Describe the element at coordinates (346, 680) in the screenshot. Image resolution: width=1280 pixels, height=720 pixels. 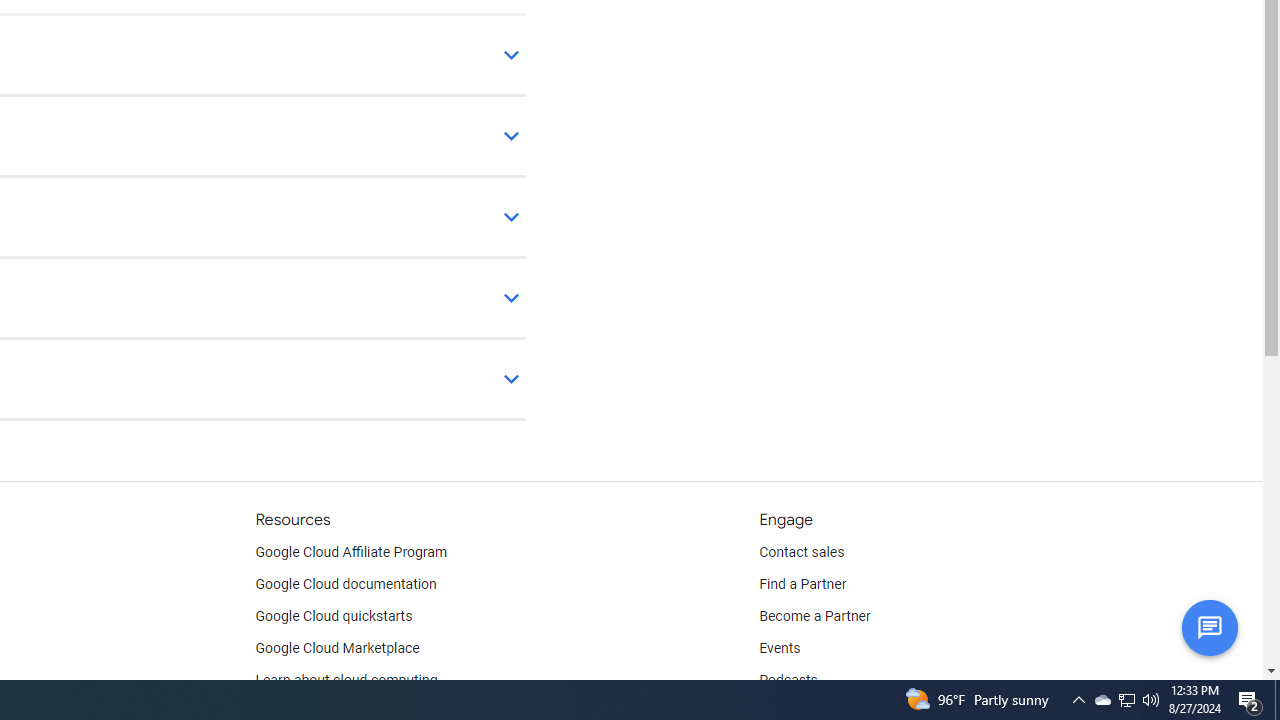
I see `'Learn about cloud computing'` at that location.